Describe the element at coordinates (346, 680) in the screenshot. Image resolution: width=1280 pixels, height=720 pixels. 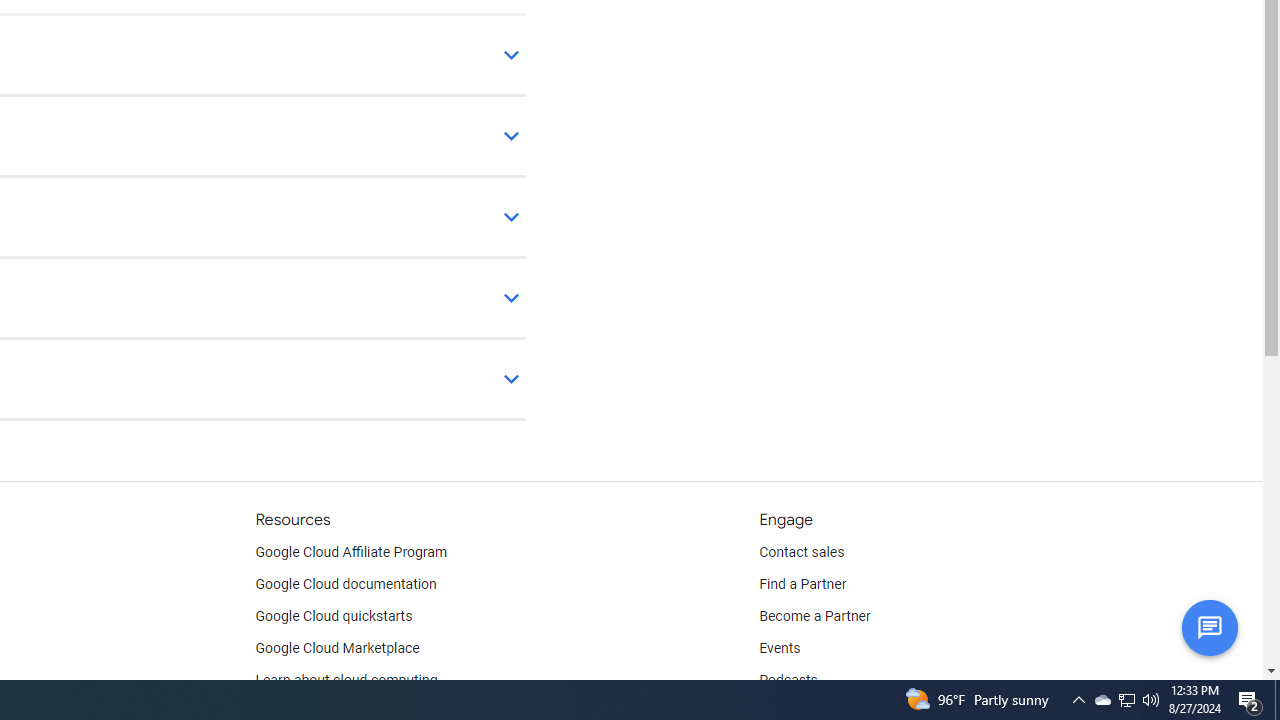
I see `'Learn about cloud computing'` at that location.